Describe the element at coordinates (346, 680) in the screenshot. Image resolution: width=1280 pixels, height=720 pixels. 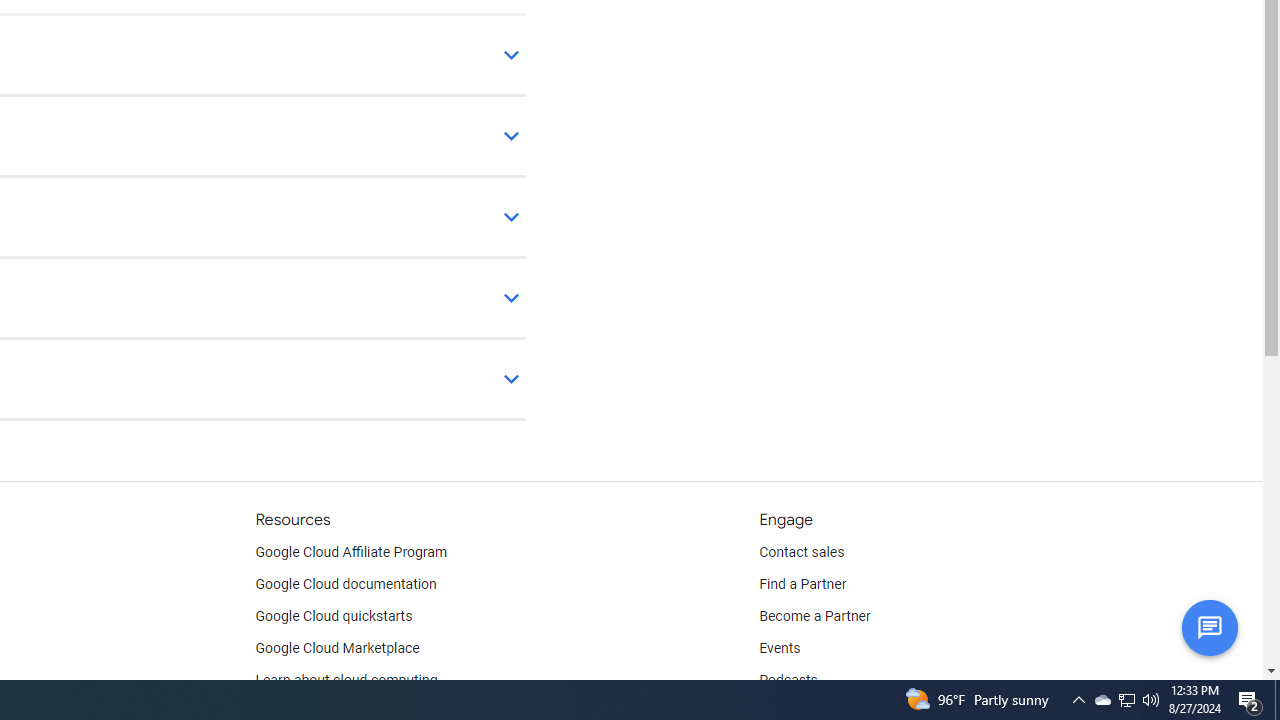
I see `'Learn about cloud computing'` at that location.